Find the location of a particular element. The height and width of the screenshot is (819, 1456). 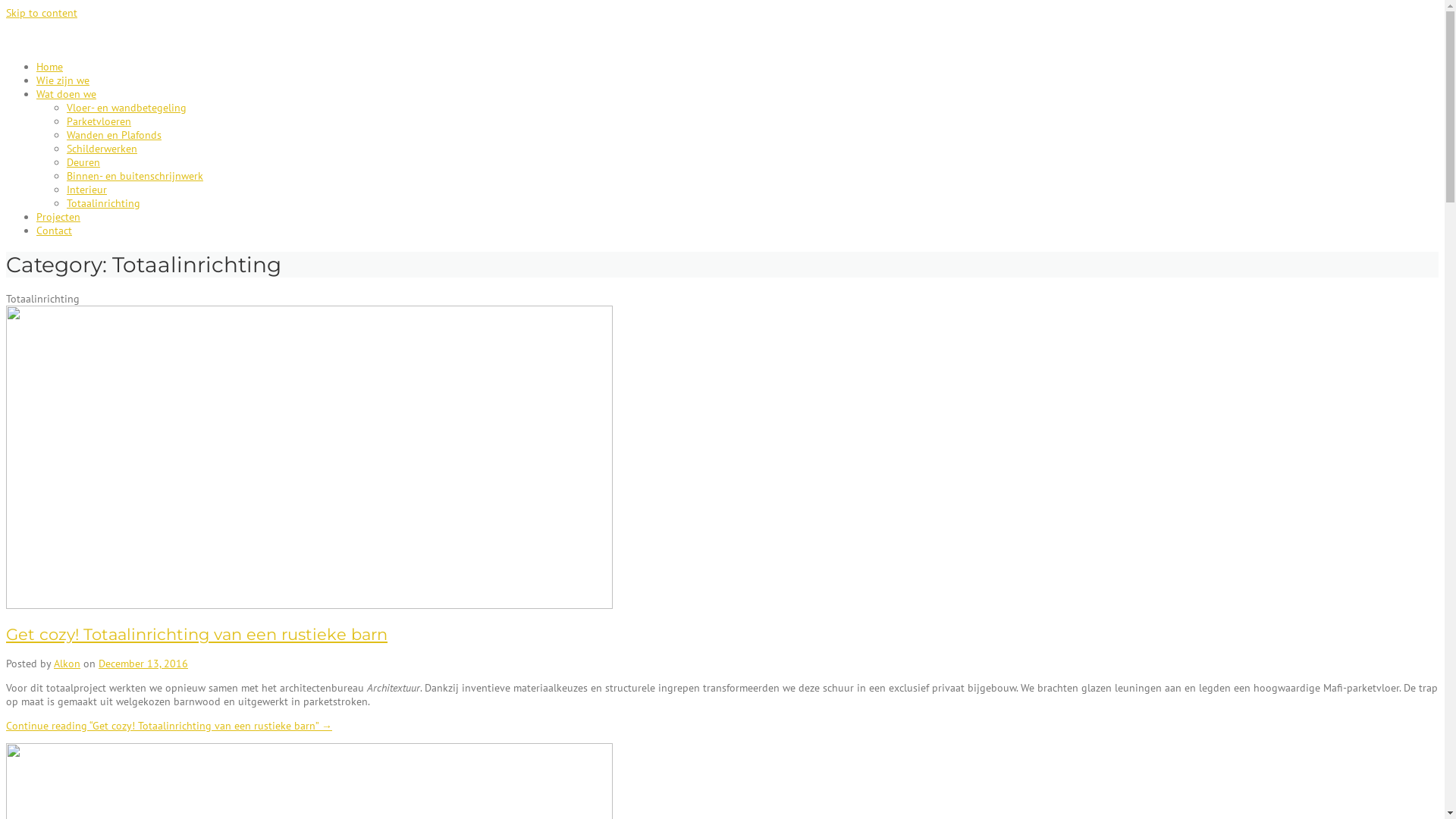

'Alkon' is located at coordinates (66, 663).